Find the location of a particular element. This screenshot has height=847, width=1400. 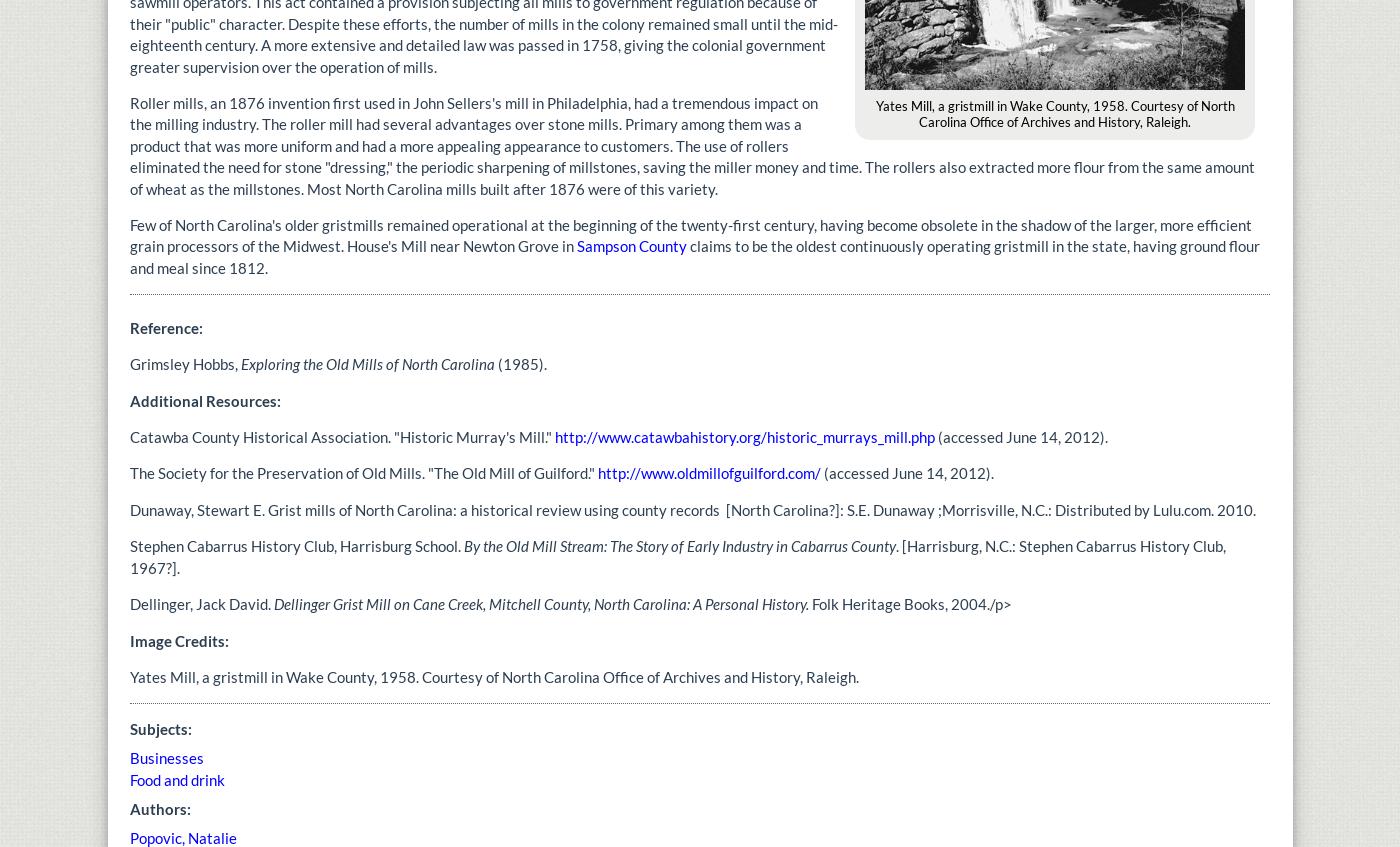

'Food and drink' is located at coordinates (176, 777).